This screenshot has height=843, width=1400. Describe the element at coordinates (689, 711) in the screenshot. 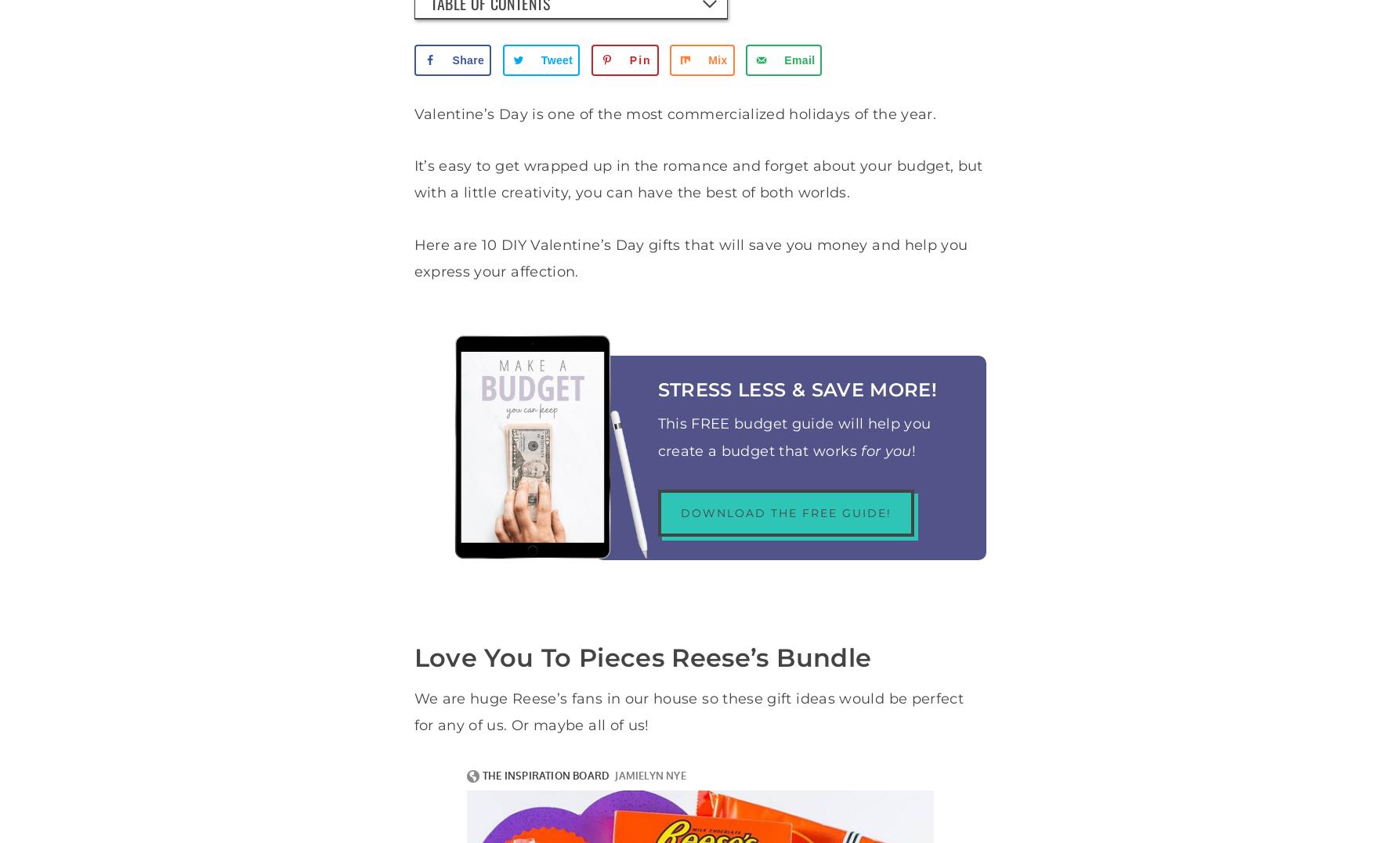

I see `'We are huge Reese’s fans in our house so these gift ideas would be perfect for any of us. Or maybe all of us!'` at that location.